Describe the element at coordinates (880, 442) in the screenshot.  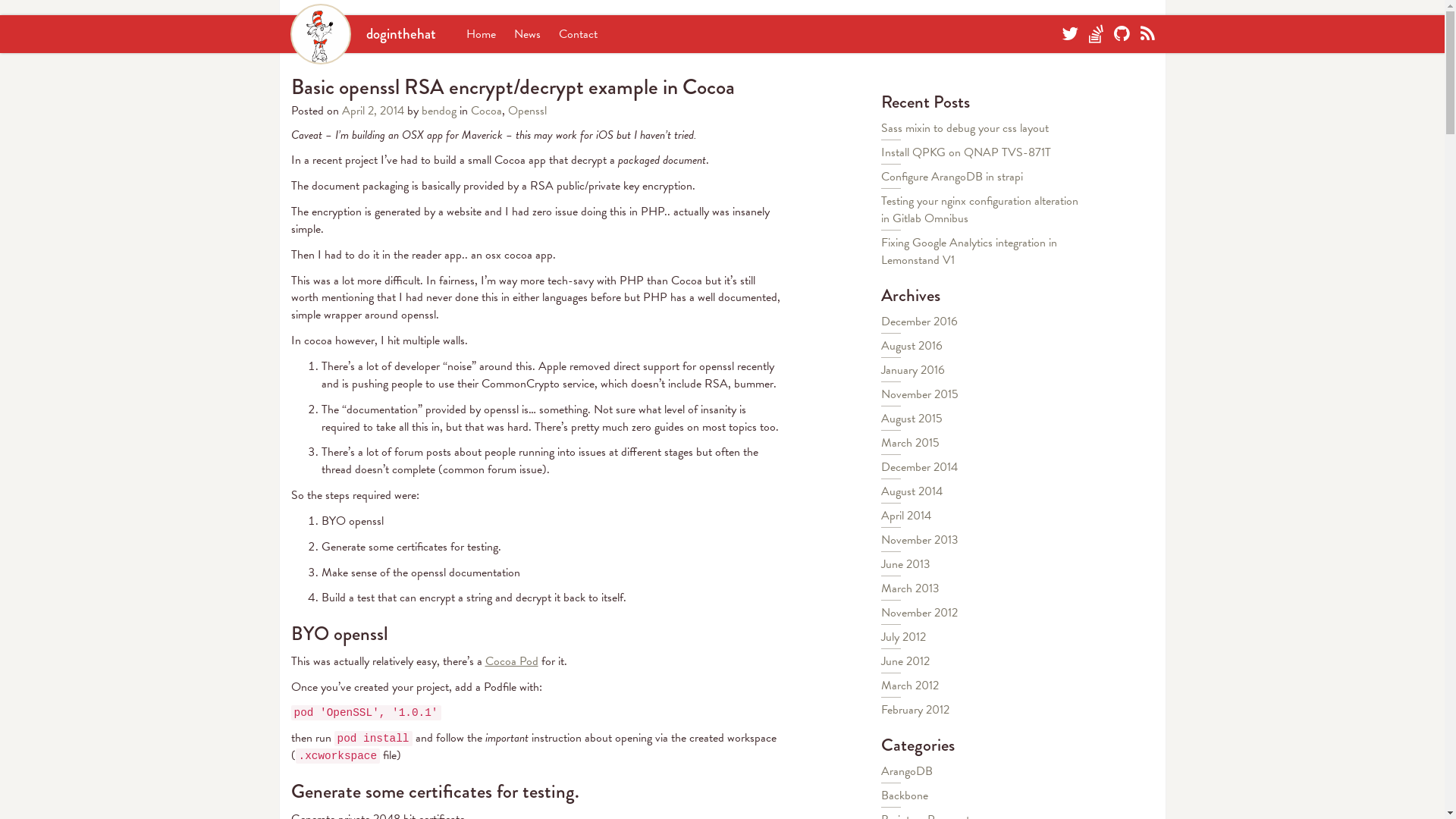
I see `'March 2015'` at that location.